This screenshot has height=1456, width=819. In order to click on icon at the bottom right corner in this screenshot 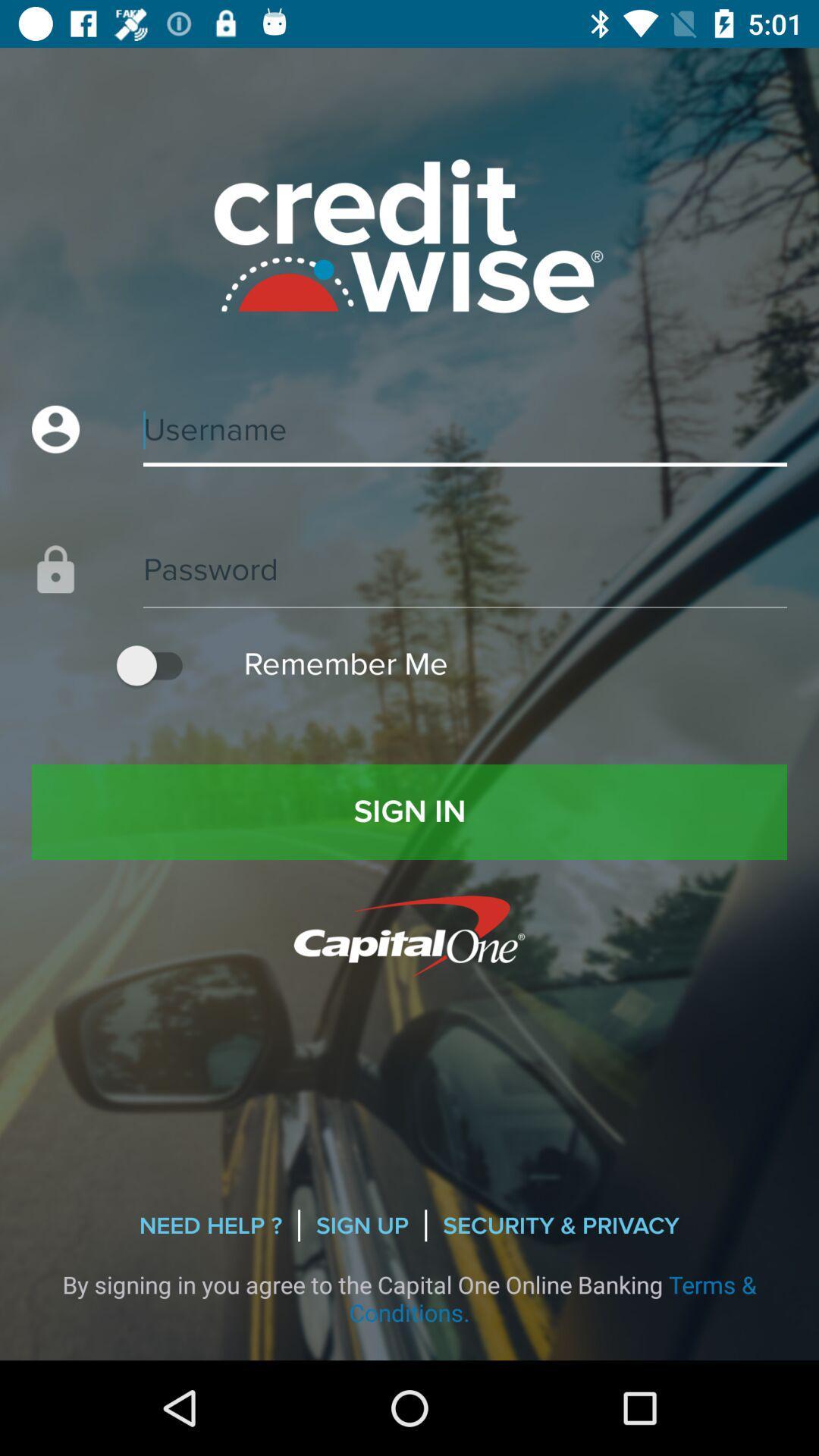, I will do `click(561, 1225)`.